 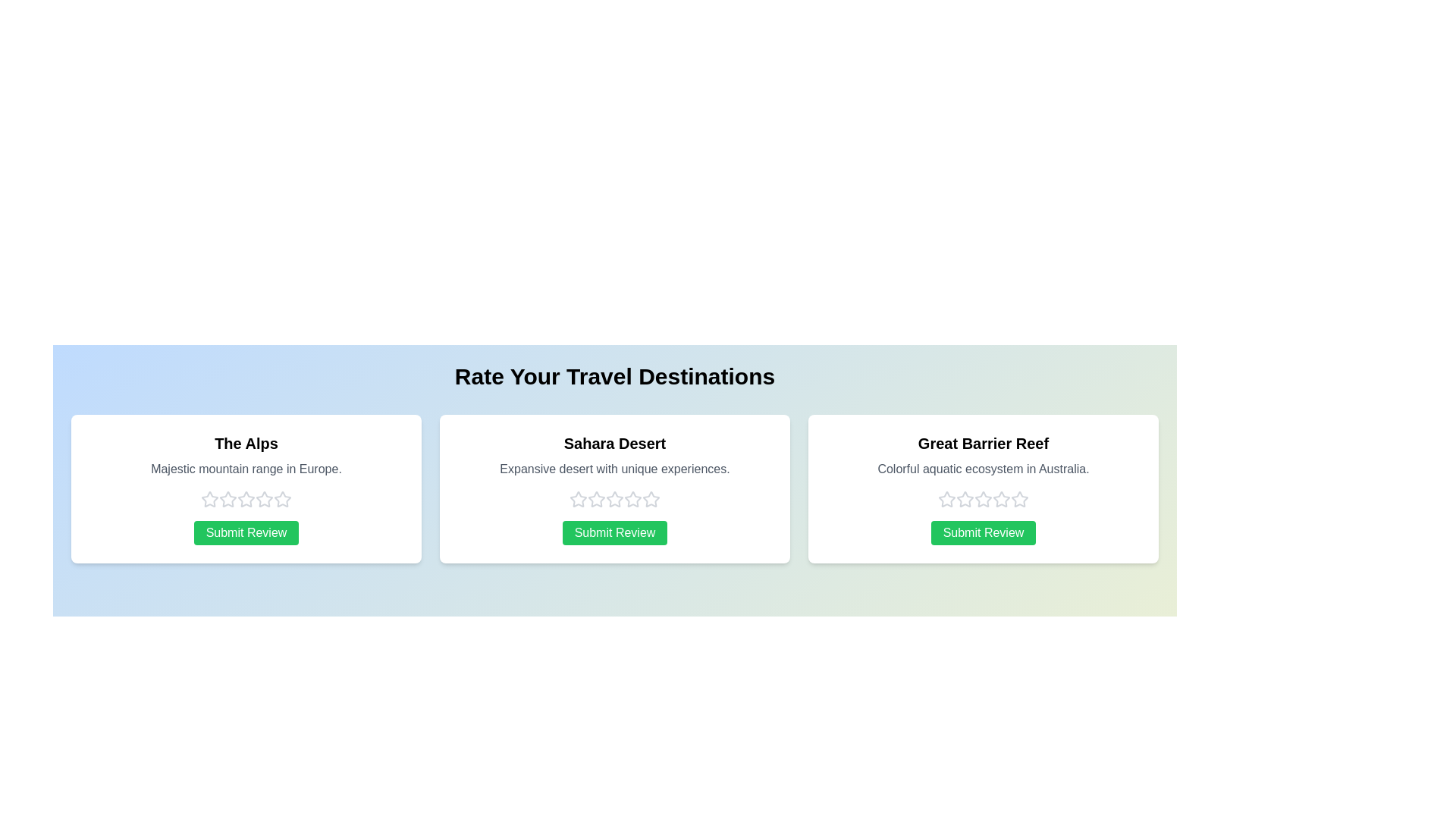 I want to click on the 'Submit Review' button for the selected destination Great Barrier Reef, so click(x=983, y=532).